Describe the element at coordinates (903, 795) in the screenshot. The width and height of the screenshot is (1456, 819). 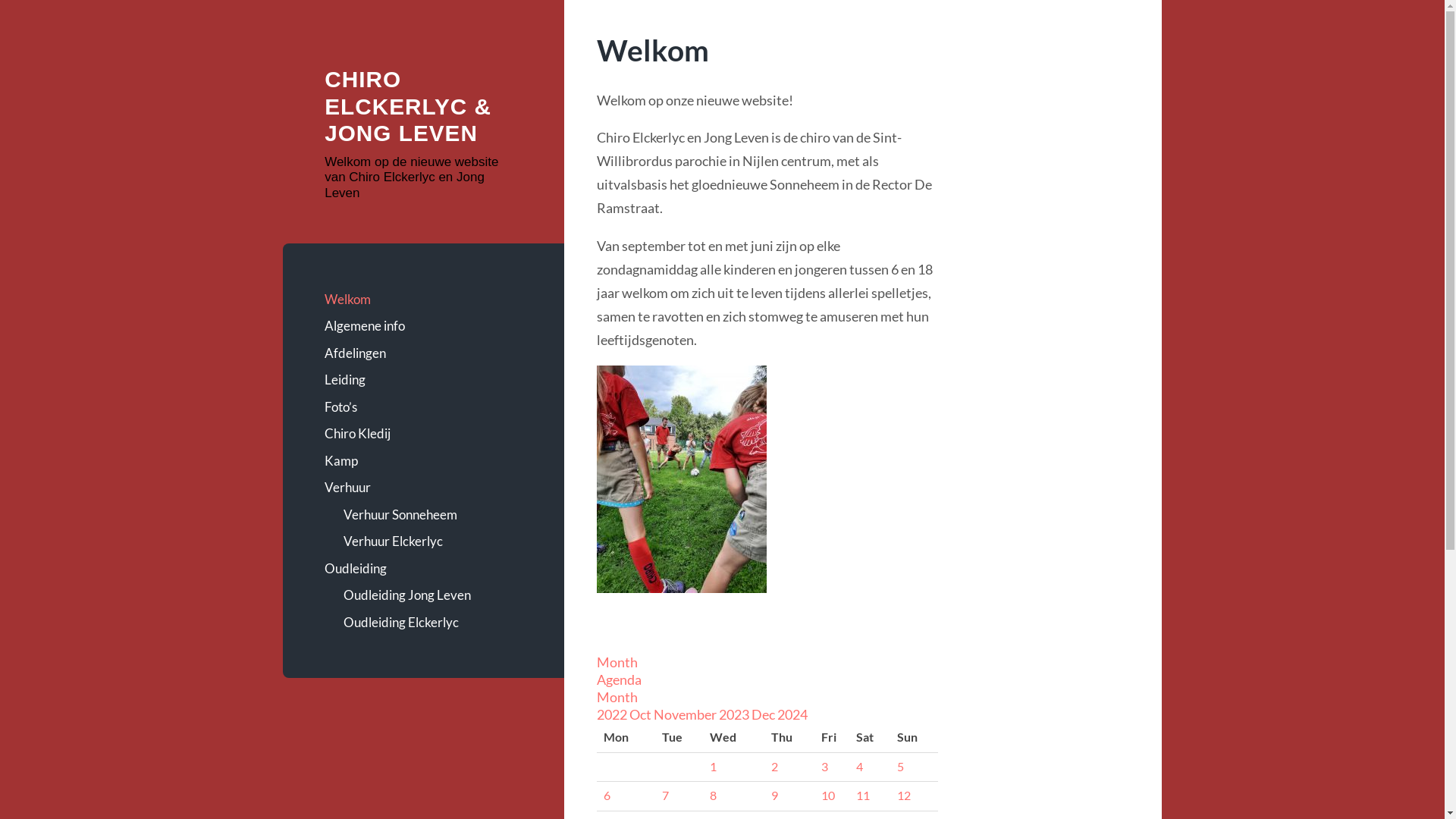
I see `'12'` at that location.